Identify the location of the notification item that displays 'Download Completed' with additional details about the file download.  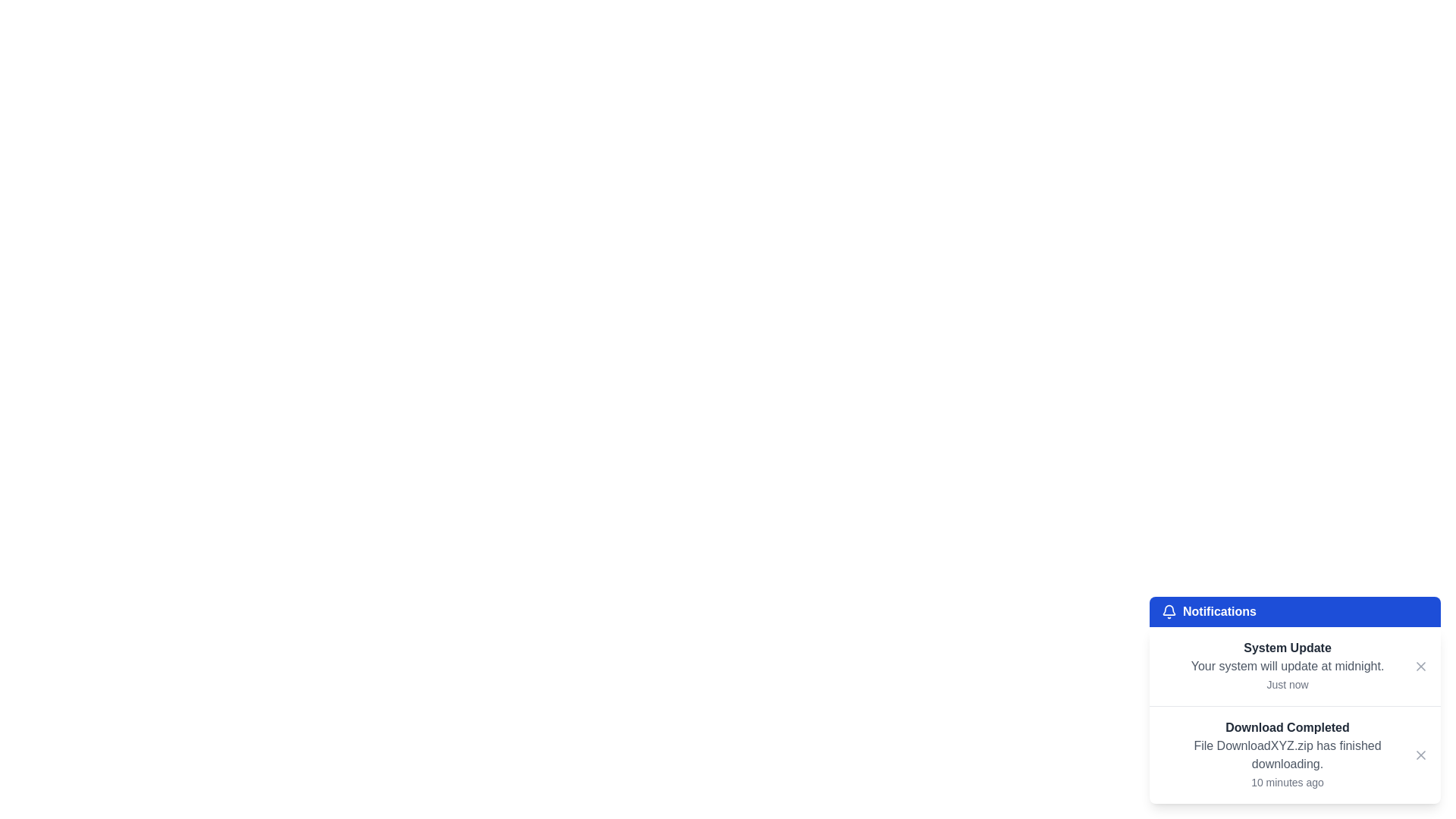
(1287, 755).